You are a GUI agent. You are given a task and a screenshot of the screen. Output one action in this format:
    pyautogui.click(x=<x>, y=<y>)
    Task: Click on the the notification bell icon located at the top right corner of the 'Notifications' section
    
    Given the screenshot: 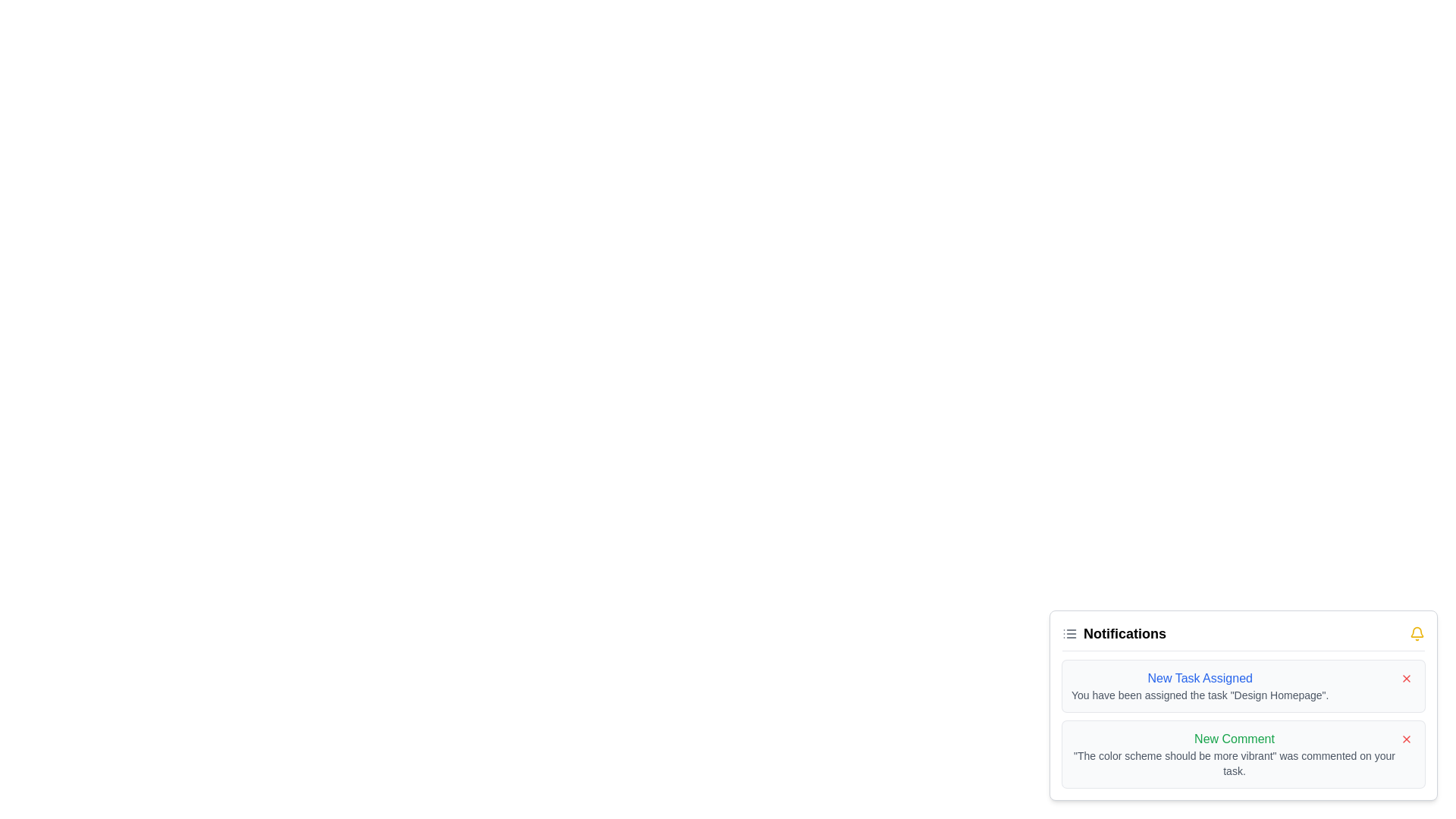 What is the action you would take?
    pyautogui.click(x=1416, y=634)
    